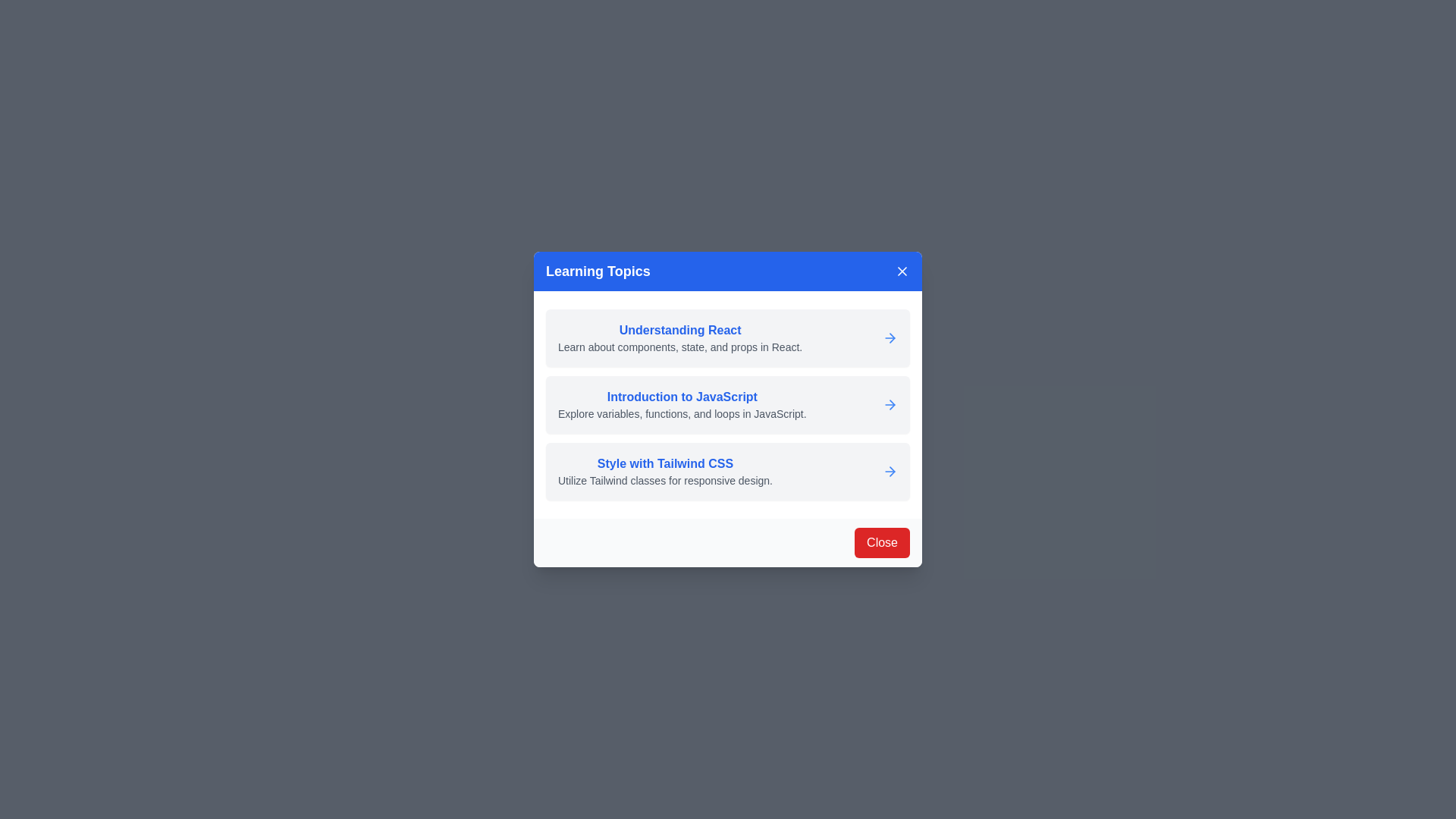 This screenshot has height=819, width=1456. Describe the element at coordinates (728, 470) in the screenshot. I see `the third informational card about styling with Tailwind CSS, which is located below the 'Introduction to JavaScript' card in the main modal window` at that location.